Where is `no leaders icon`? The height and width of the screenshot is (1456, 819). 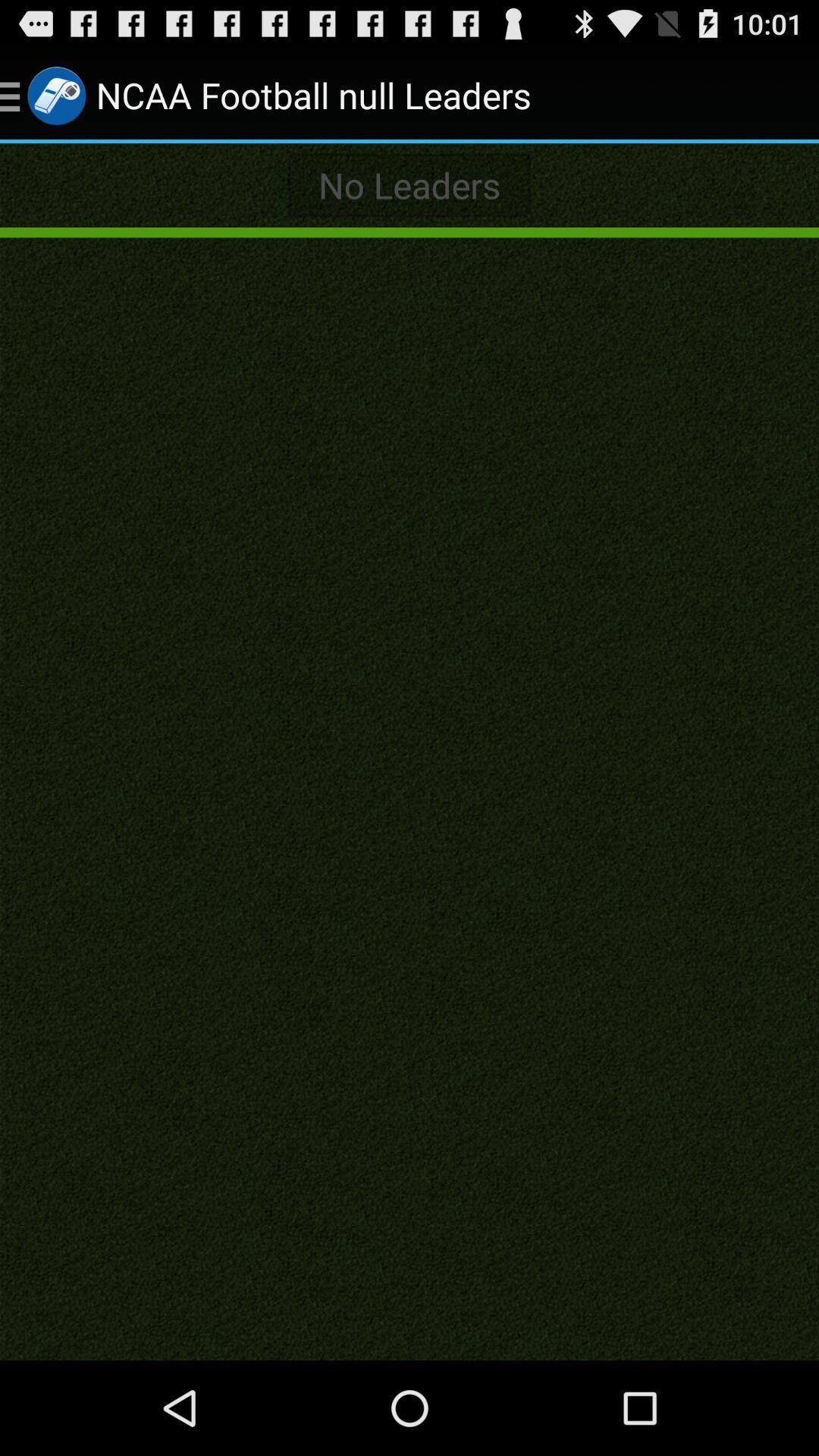 no leaders icon is located at coordinates (409, 184).